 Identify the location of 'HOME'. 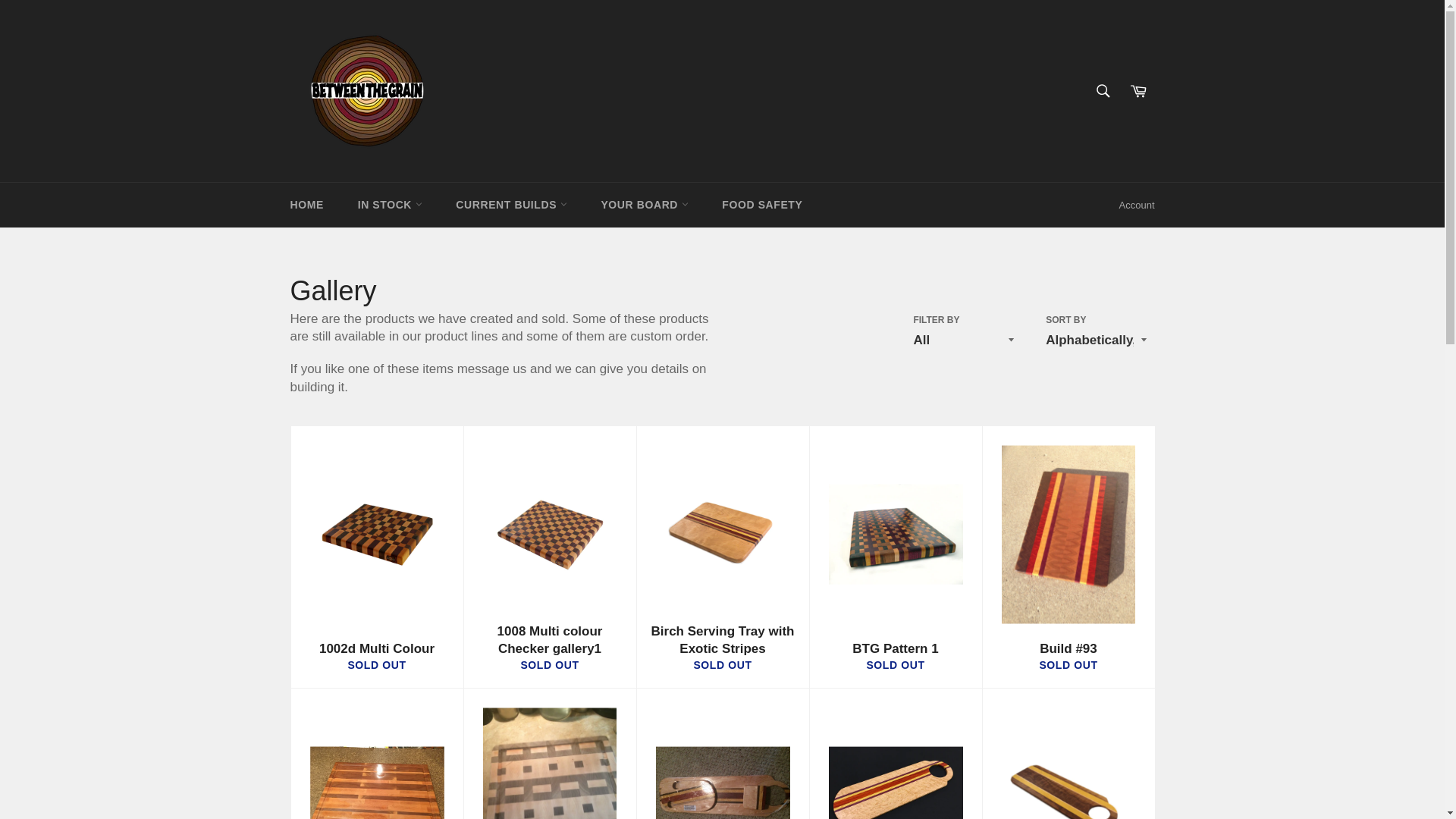
(305, 205).